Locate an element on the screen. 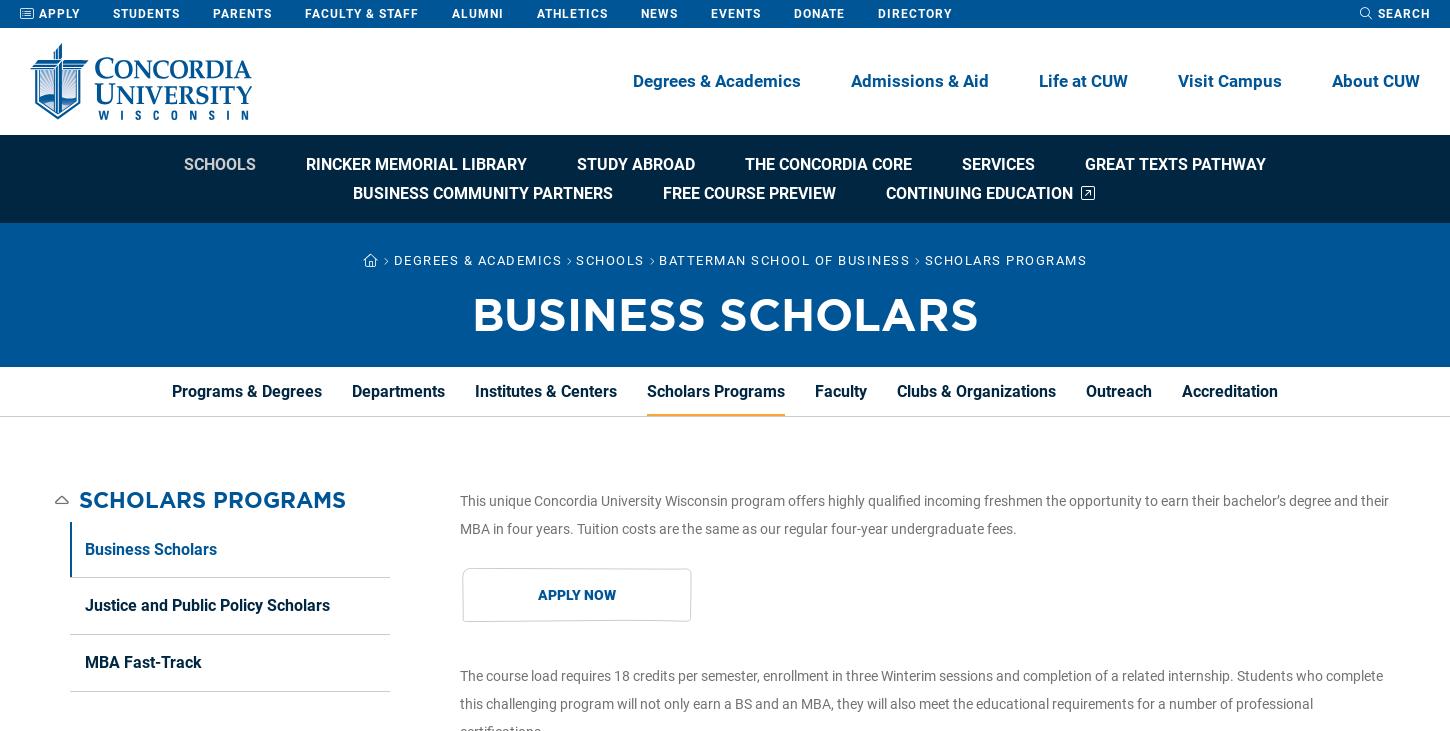 This screenshot has height=731, width=1450. 'Business Community Partners' is located at coordinates (480, 193).